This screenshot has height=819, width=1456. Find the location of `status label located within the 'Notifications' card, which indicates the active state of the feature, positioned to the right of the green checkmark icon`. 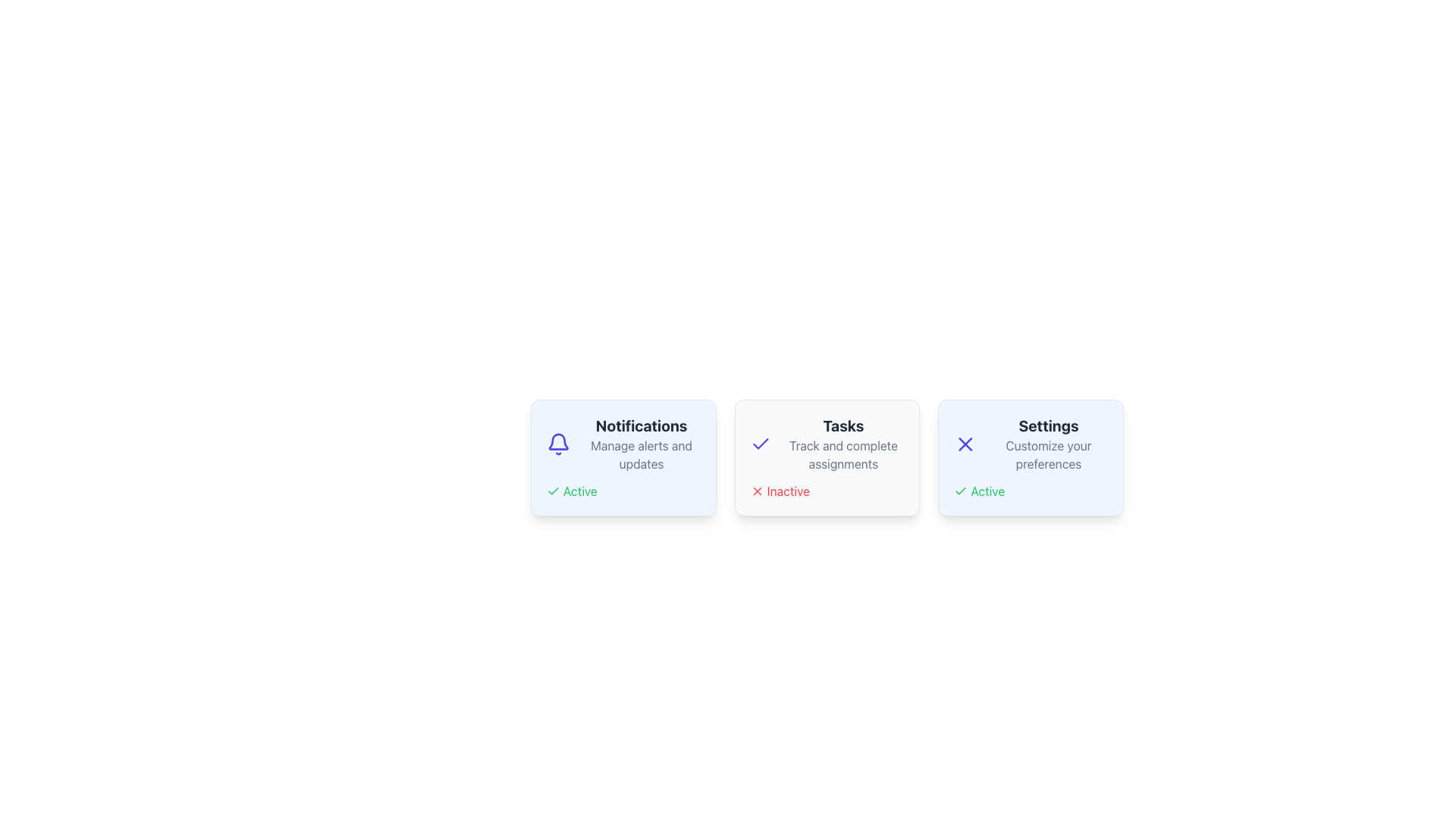

status label located within the 'Notifications' card, which indicates the active state of the feature, positioned to the right of the green checkmark icon is located at coordinates (579, 491).